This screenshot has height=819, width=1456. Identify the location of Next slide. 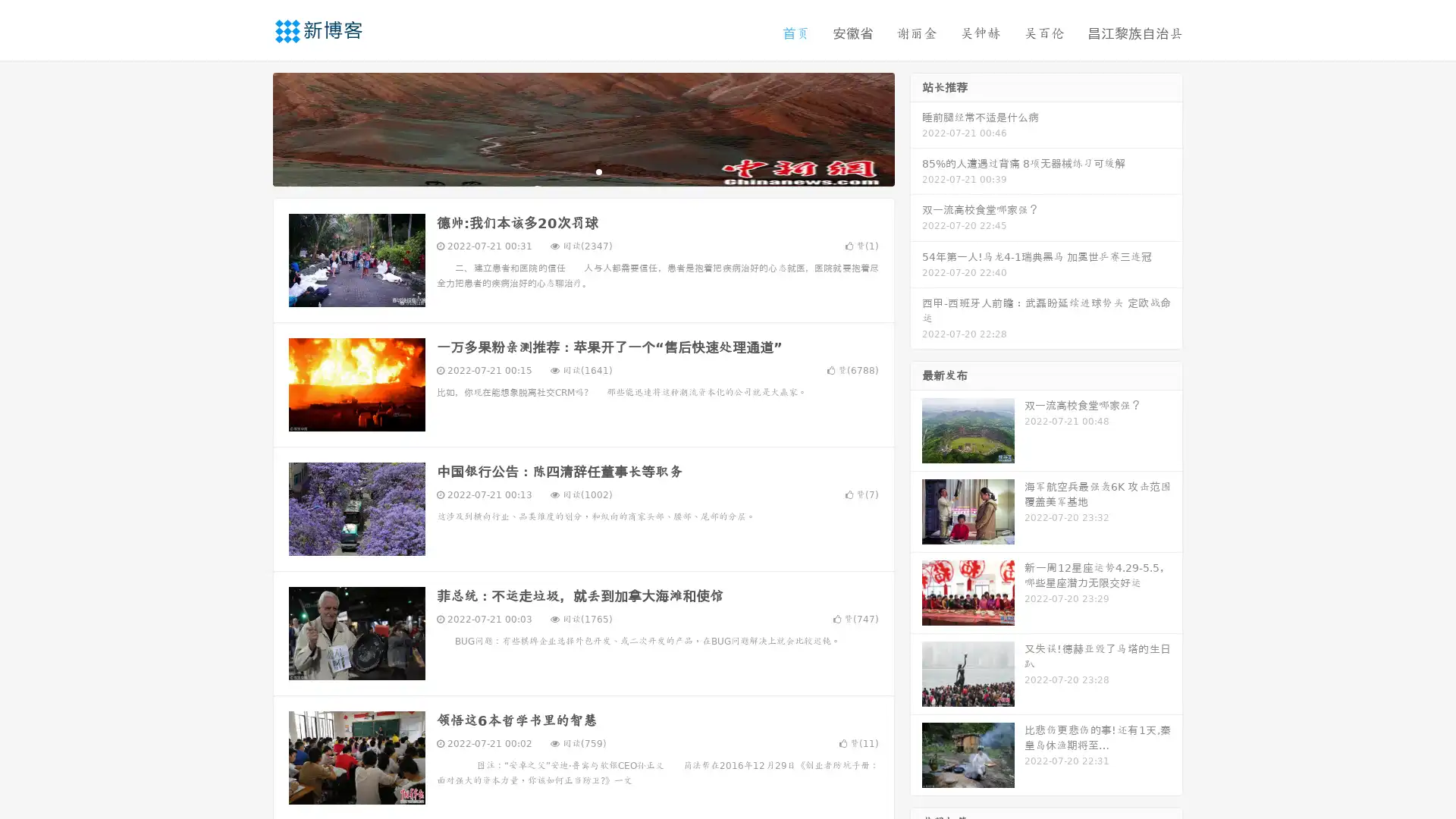
(916, 127).